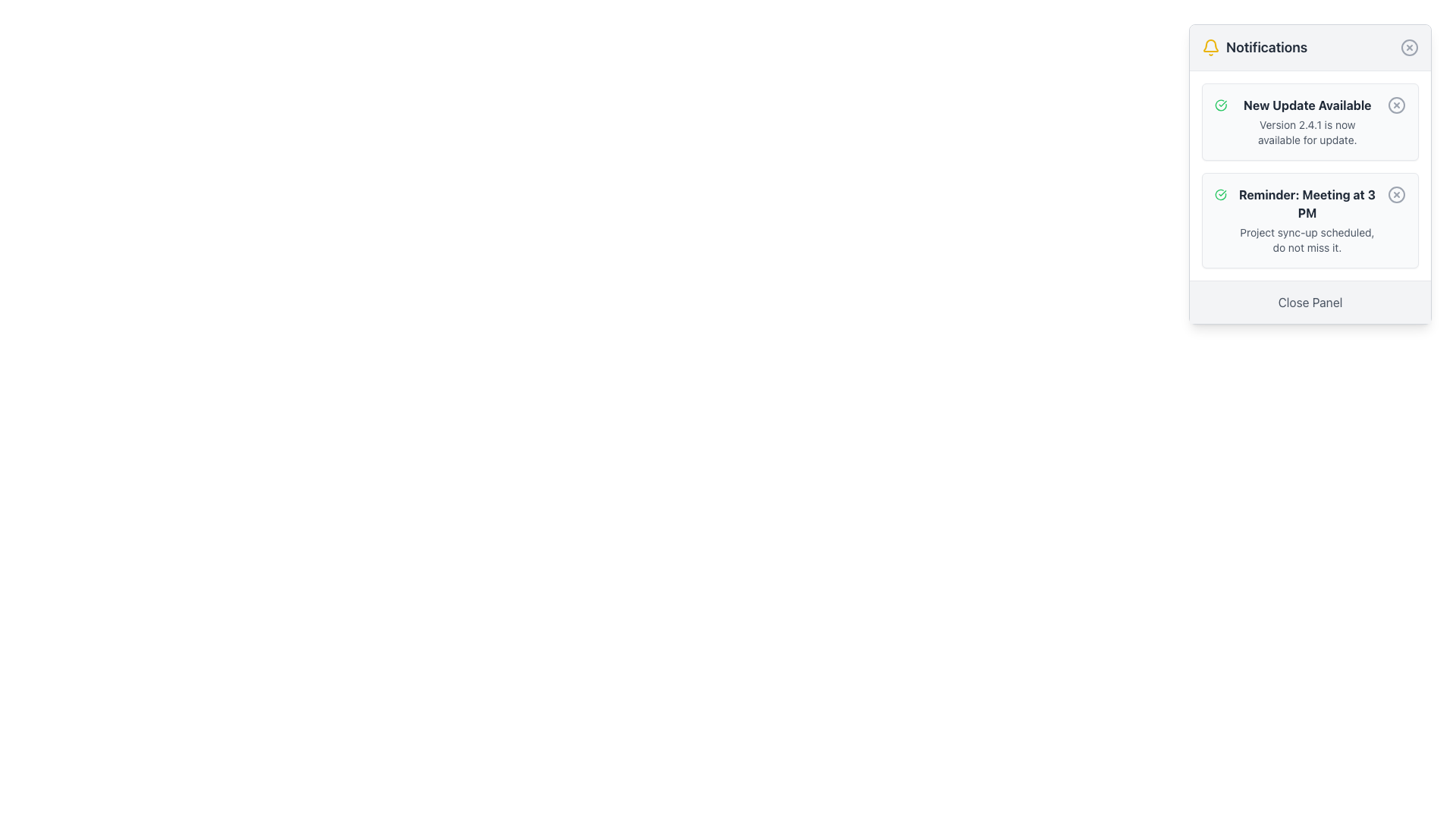  What do you see at coordinates (1396, 104) in the screenshot?
I see `the small circular button with a gray outline and 'X' icon located to the right of the text 'New Update Available Version 2.4.1 is now available for update.'` at bounding box center [1396, 104].